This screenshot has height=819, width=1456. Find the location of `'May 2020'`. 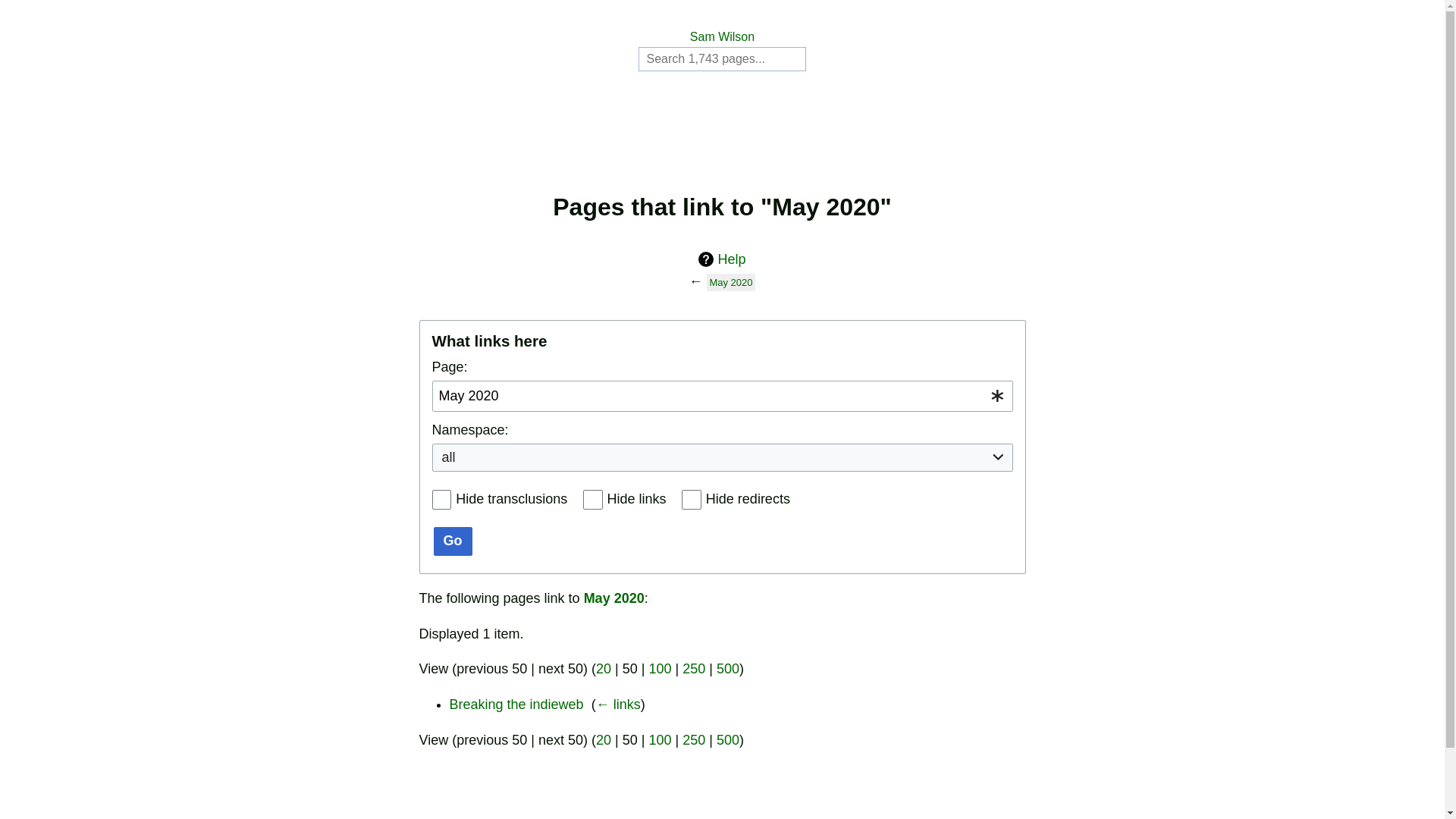

'May 2020' is located at coordinates (614, 598).